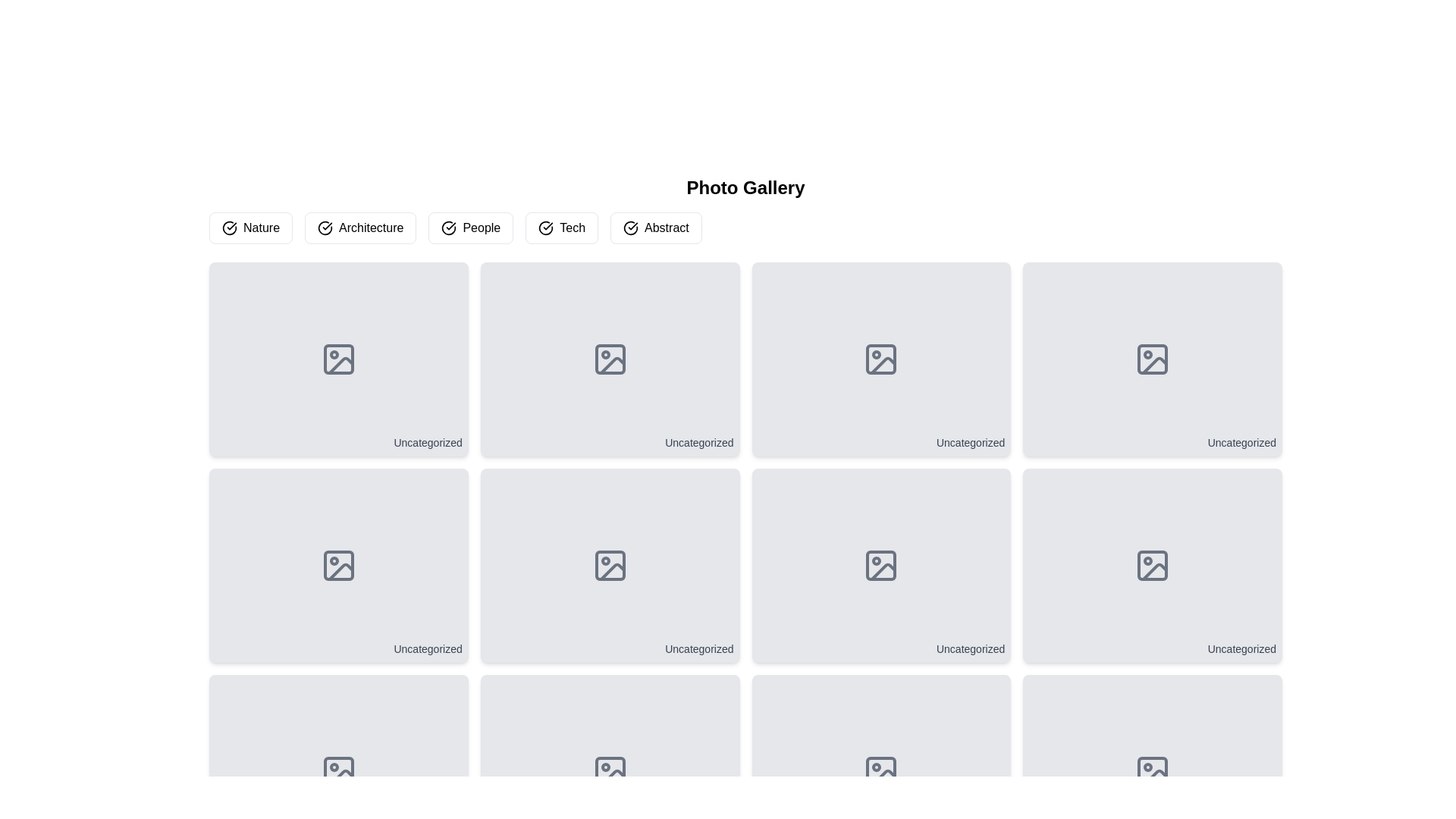  I want to click on the circular icon with a checkmark, which is located to the left of the 'Architecture' label within a button-like structure, so click(325, 227).